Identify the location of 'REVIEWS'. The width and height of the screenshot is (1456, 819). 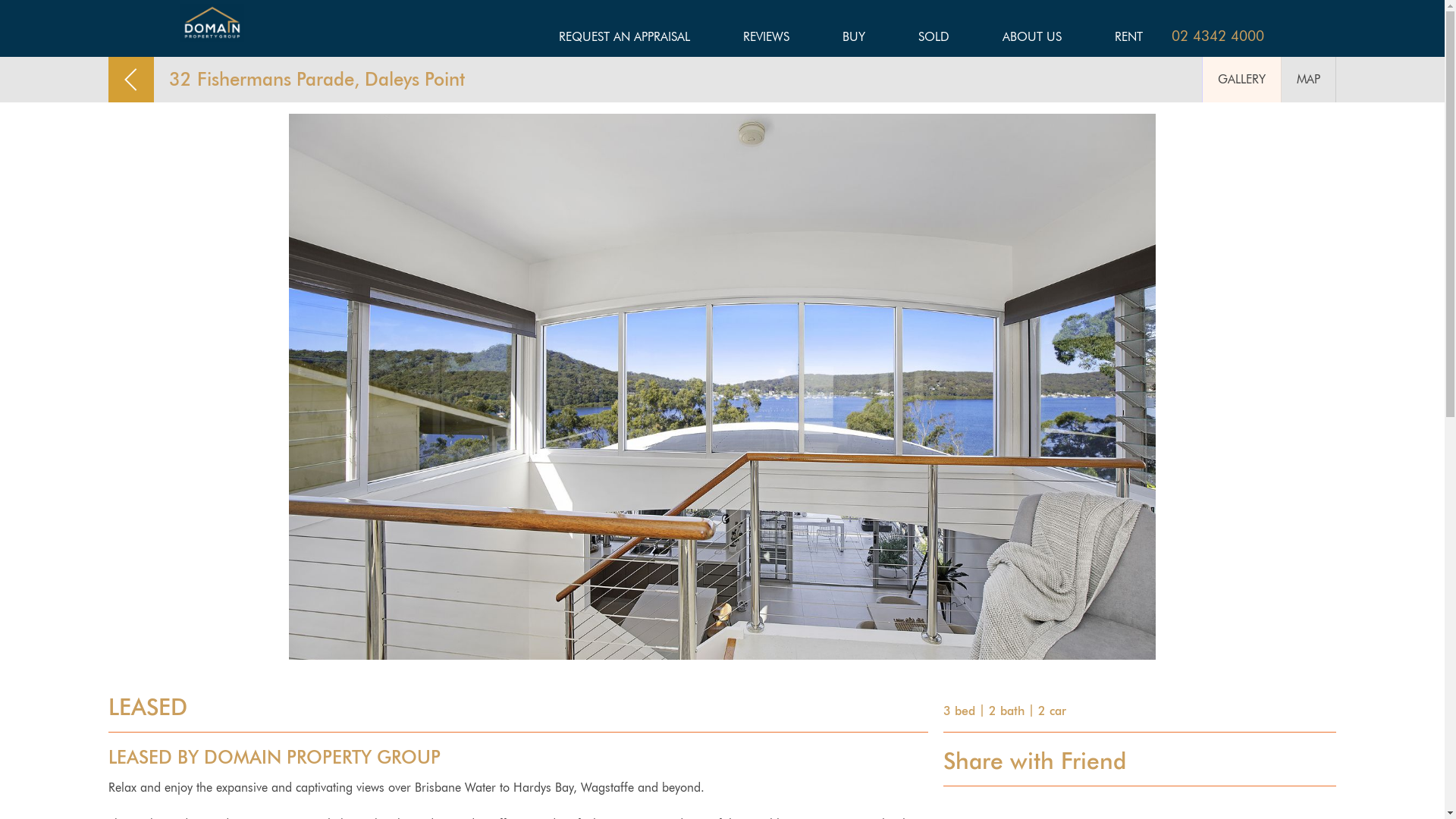
(766, 39).